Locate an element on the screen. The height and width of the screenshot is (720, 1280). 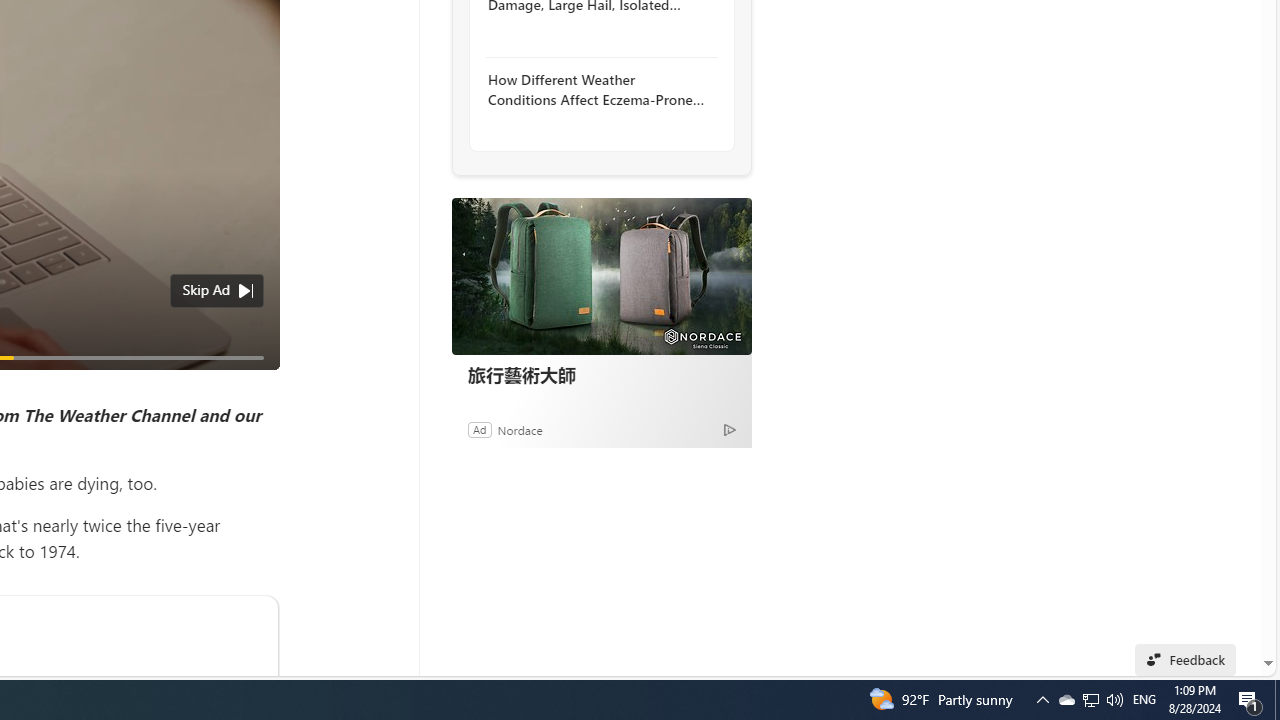
'Ad' is located at coordinates (478, 428).